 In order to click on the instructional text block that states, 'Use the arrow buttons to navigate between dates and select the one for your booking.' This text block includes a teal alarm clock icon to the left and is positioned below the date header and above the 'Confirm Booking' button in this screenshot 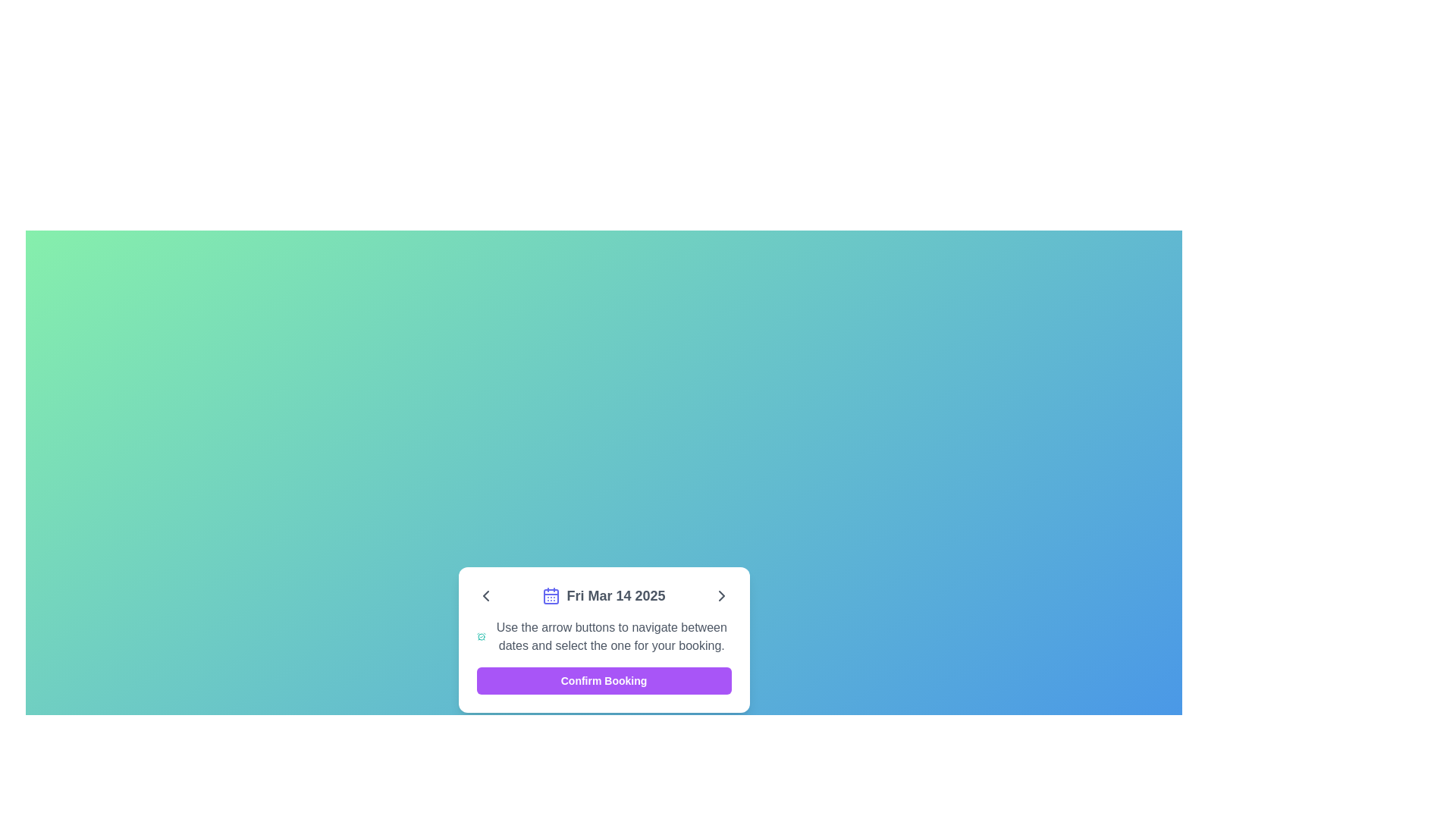, I will do `click(603, 637)`.